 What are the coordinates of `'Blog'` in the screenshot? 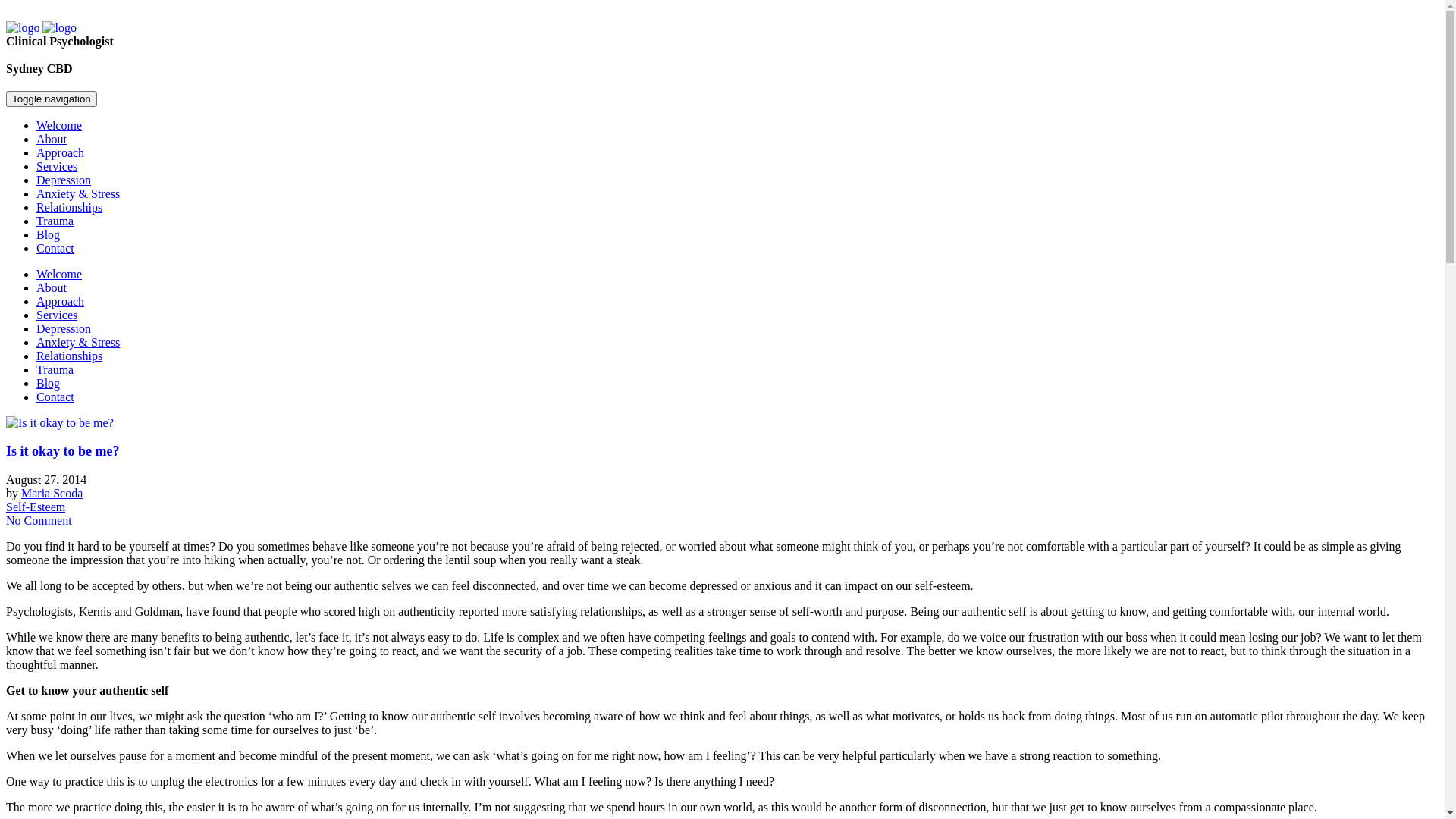 It's located at (48, 382).